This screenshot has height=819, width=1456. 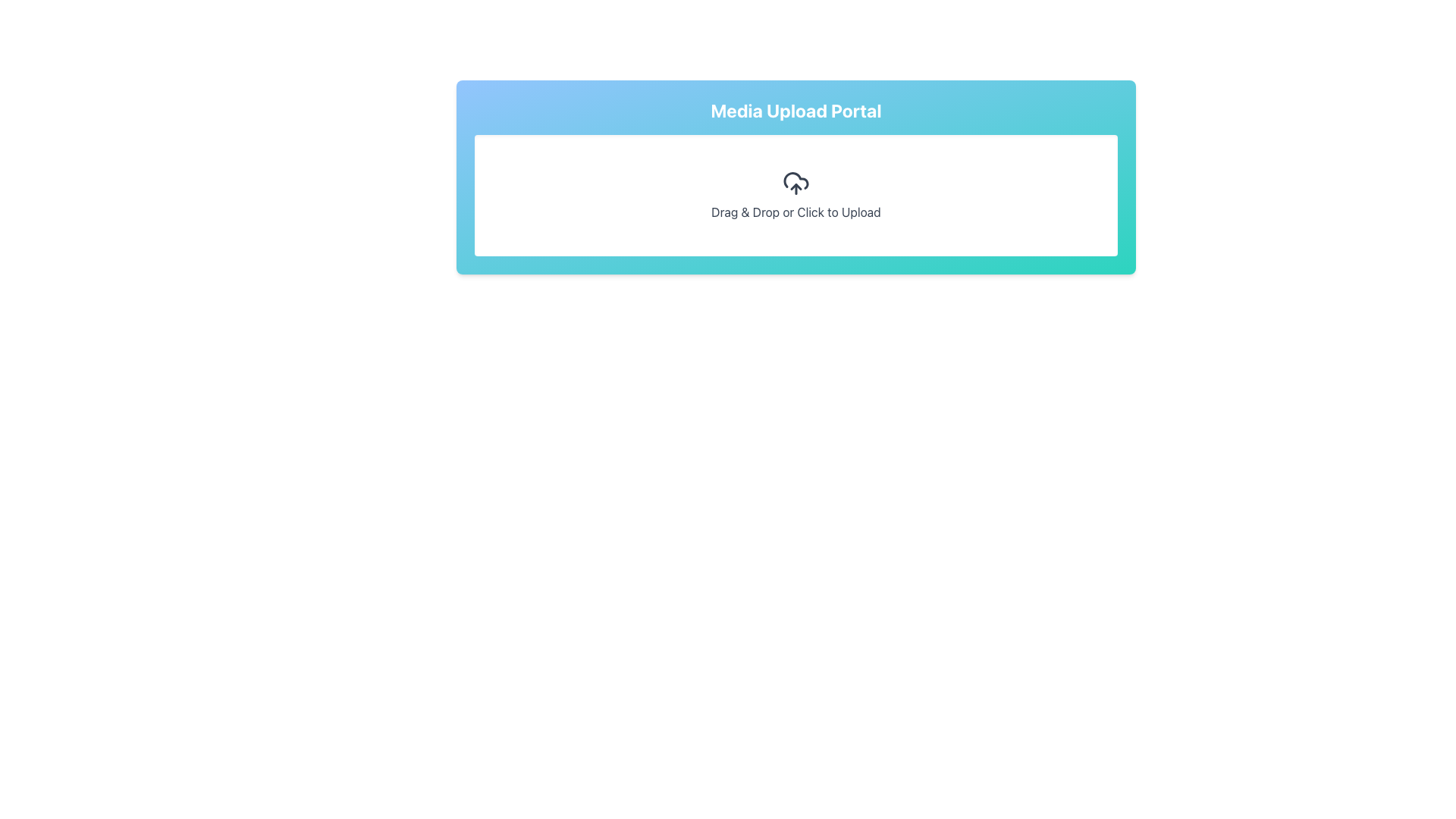 I want to click on the upload icon, which is part of the UI module that allows users to drag and drop files or click to open a file upload dialog, so click(x=795, y=183).